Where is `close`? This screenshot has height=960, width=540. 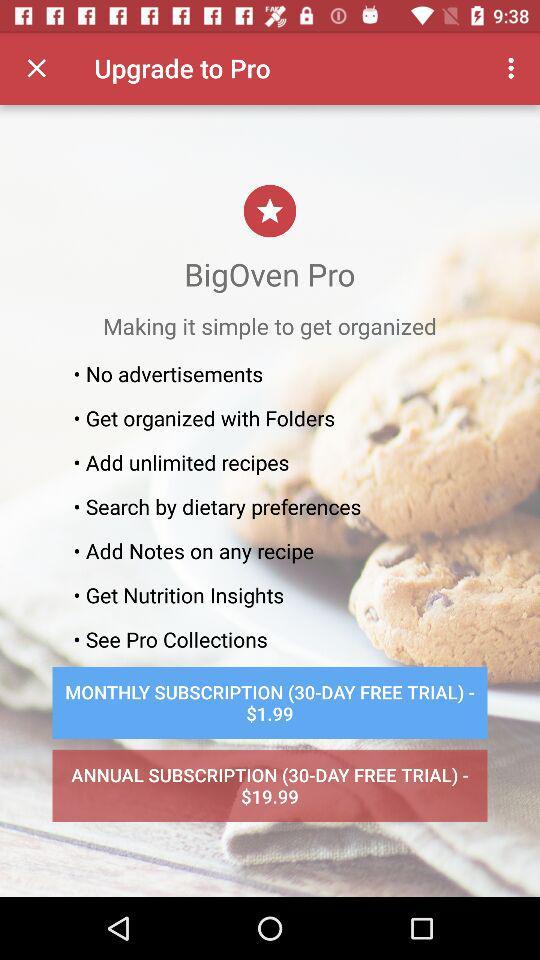 close is located at coordinates (36, 68).